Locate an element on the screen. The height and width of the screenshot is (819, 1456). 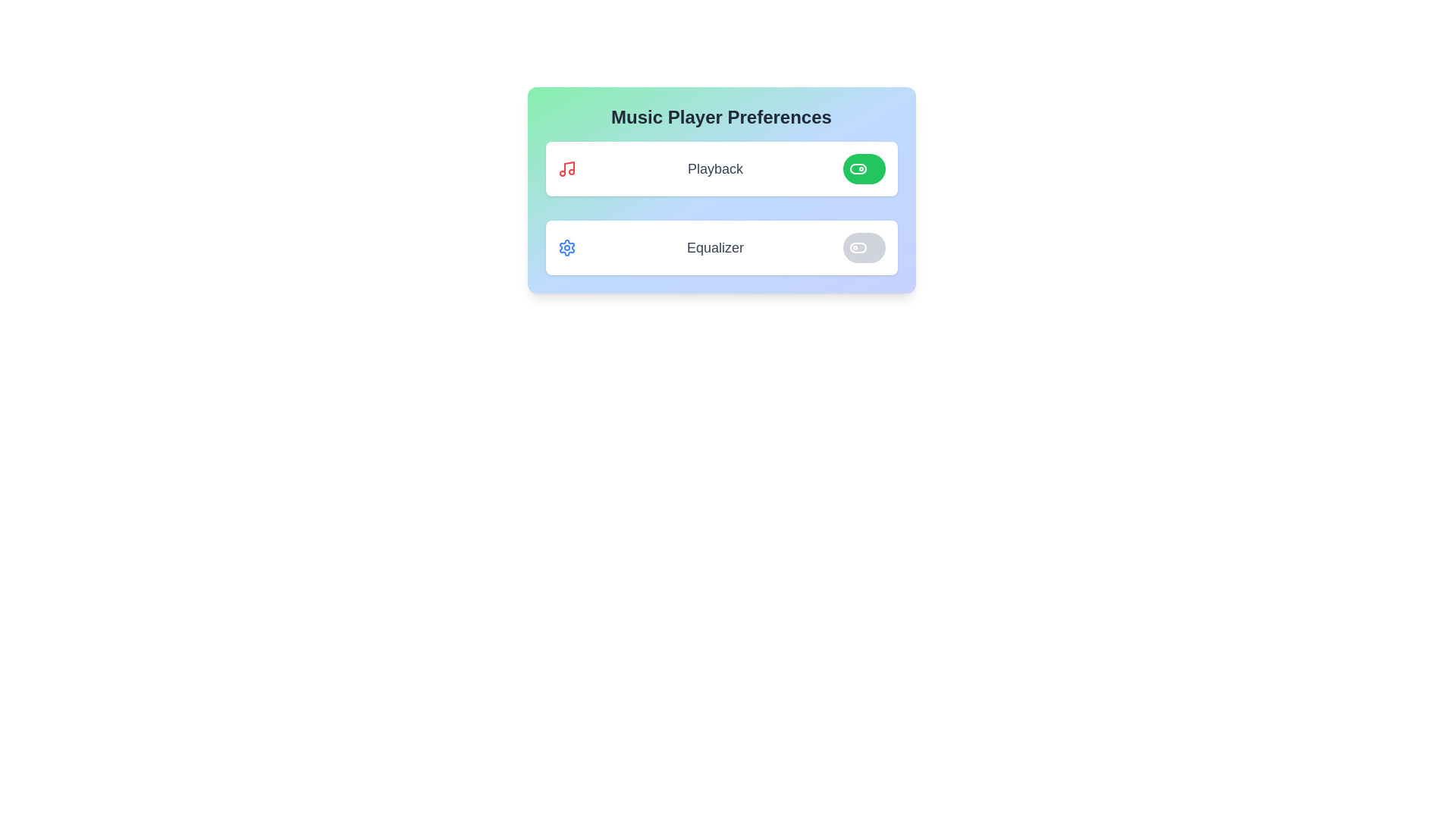
the circular toggle switch with a green background and a white toggle symbol located in the top row of the 'Music Player Preferences' card is located at coordinates (864, 169).